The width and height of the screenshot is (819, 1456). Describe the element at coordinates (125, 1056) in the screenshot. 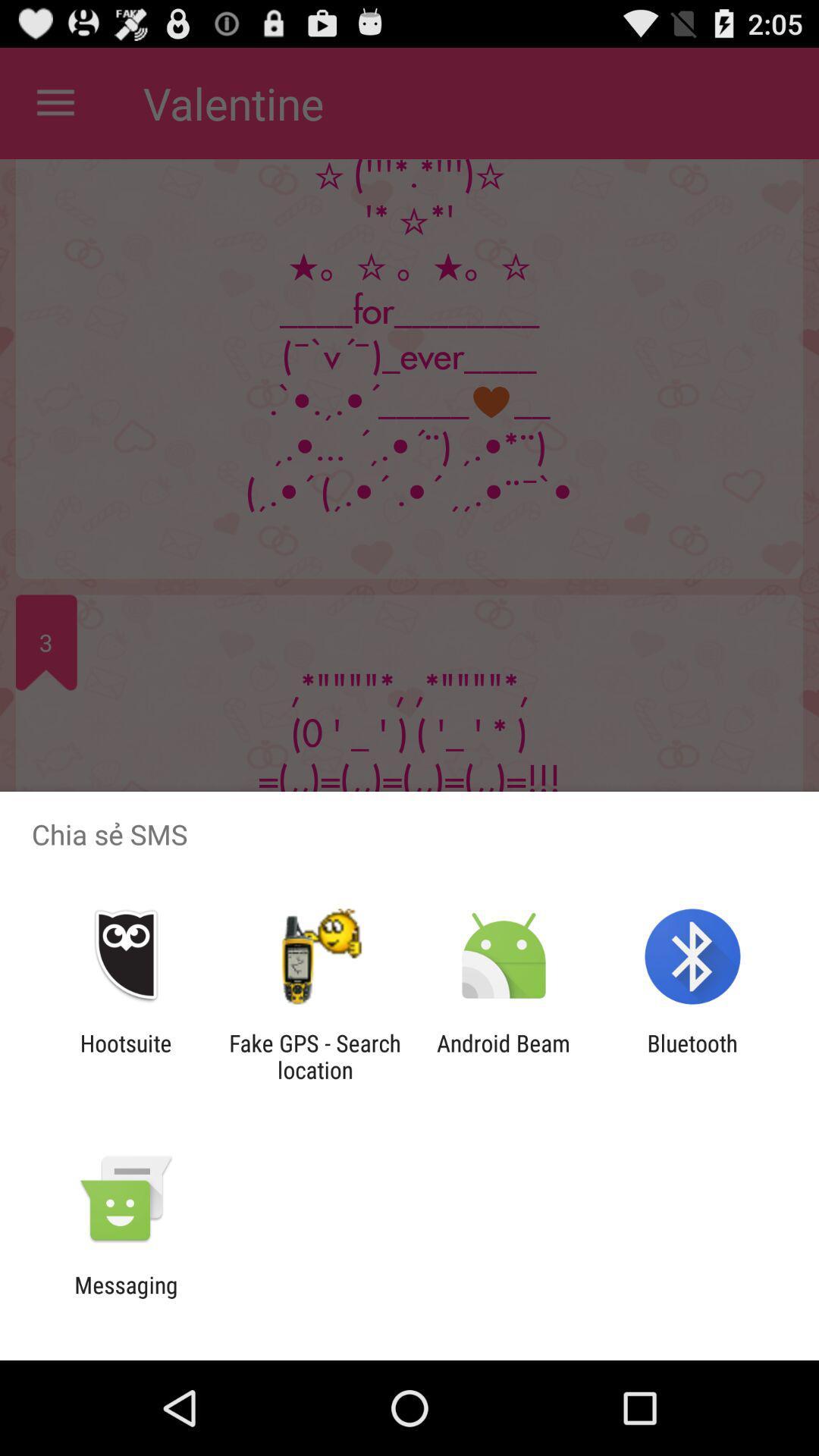

I see `the hootsuite icon` at that location.